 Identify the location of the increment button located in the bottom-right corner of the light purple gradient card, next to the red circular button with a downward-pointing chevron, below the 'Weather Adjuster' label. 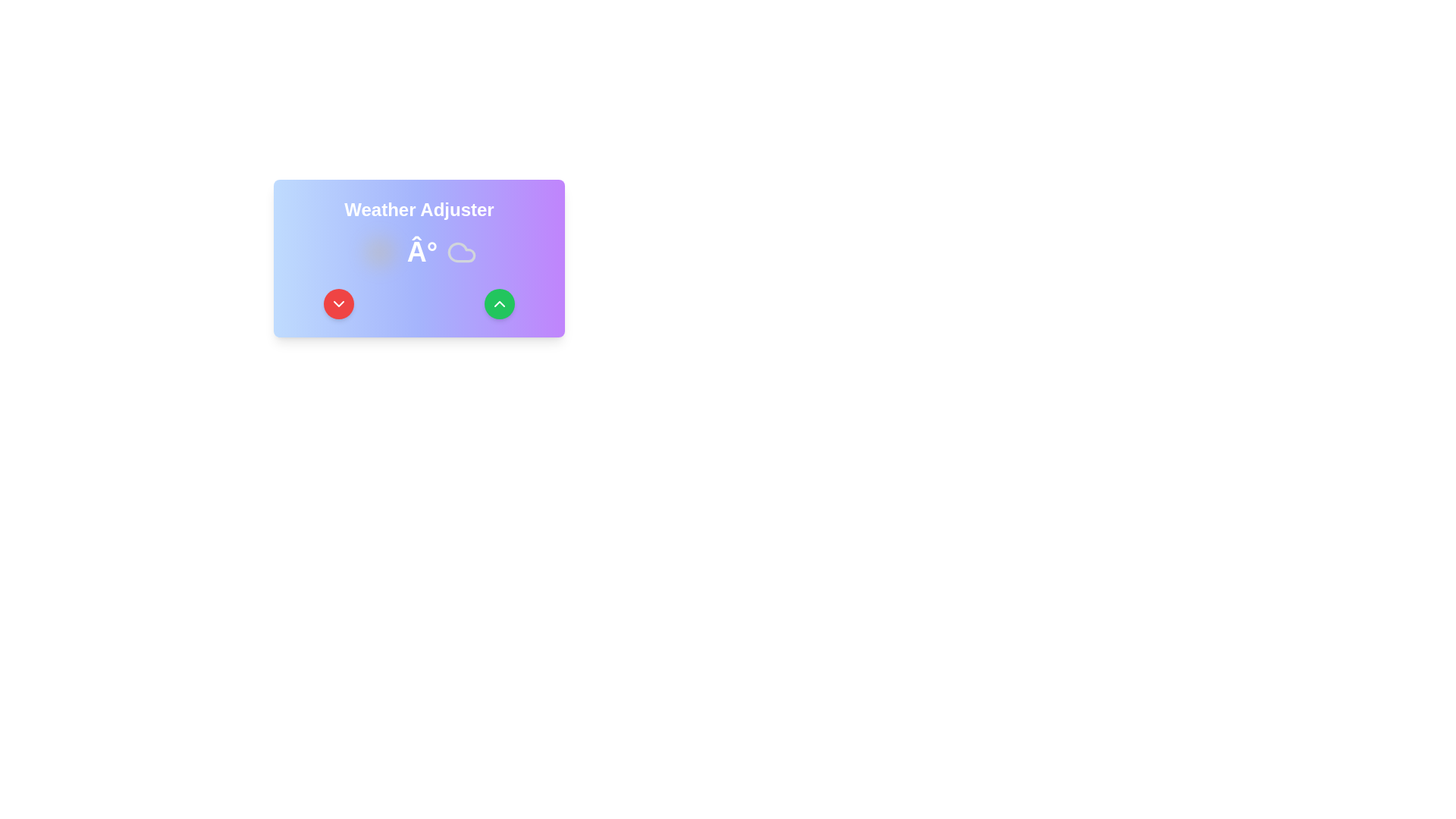
(499, 304).